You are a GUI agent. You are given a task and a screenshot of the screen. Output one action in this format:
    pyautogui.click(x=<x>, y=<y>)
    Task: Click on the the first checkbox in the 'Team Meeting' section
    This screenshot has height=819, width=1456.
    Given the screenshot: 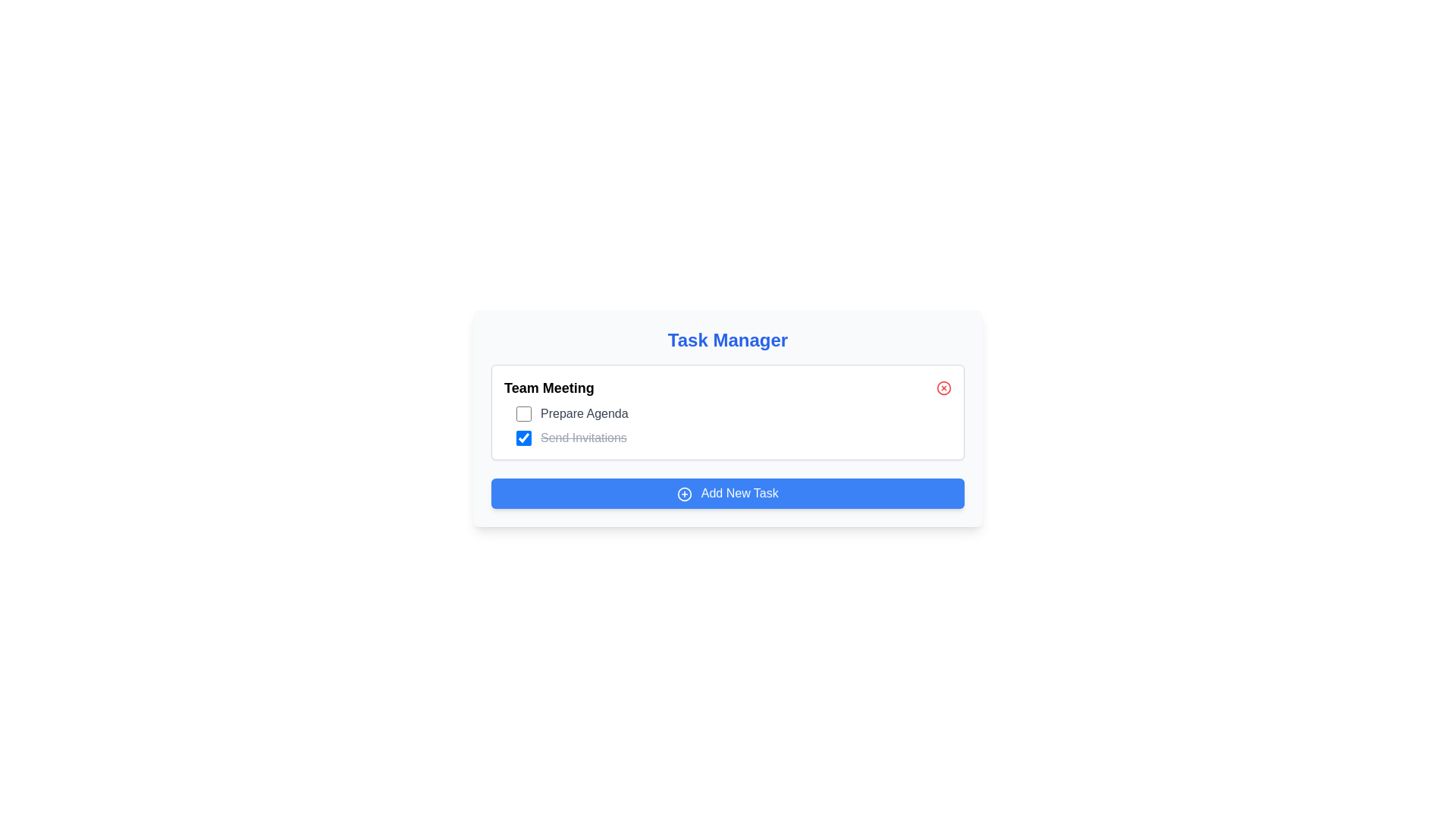 What is the action you would take?
    pyautogui.click(x=524, y=414)
    